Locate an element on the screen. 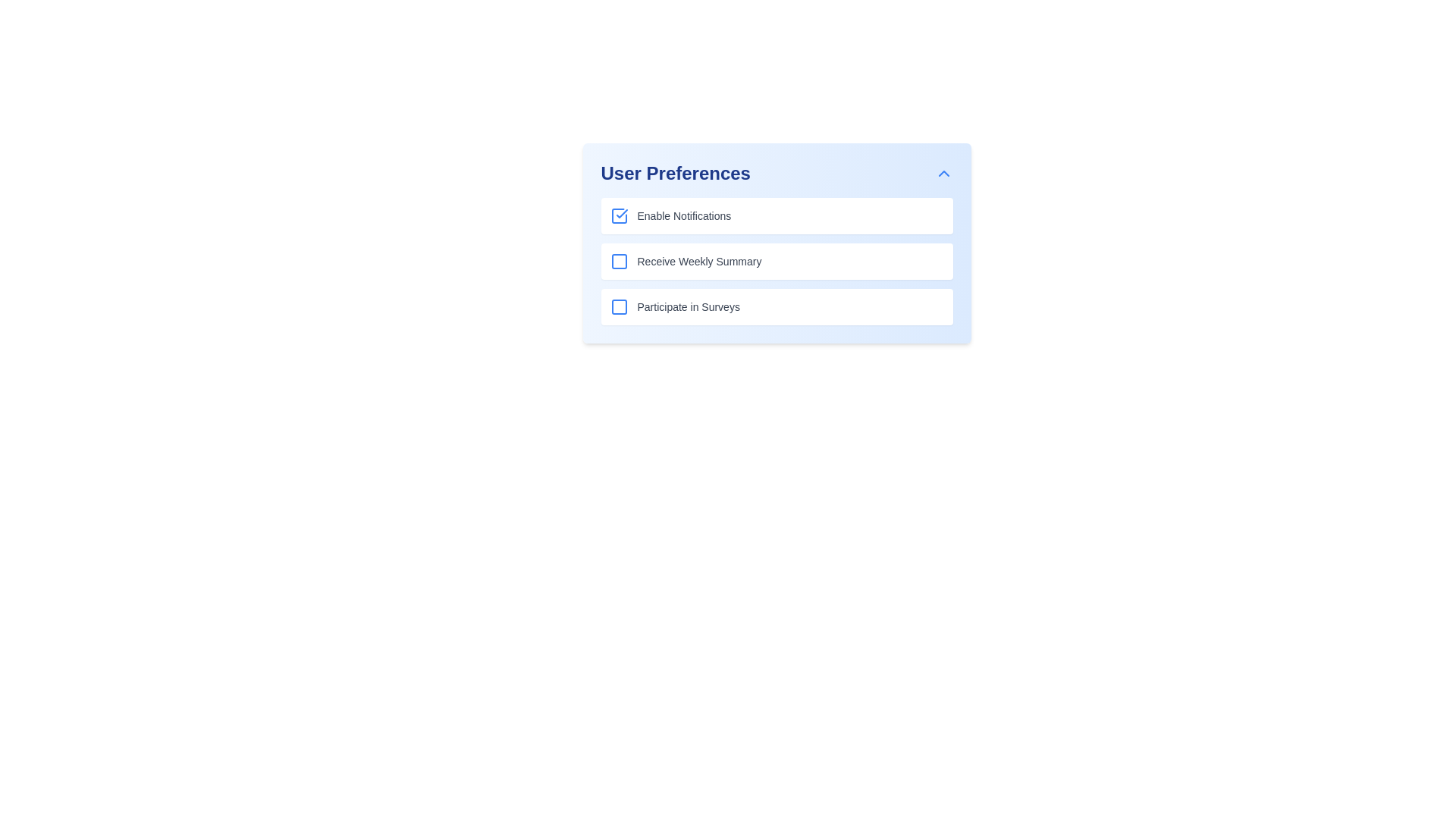  the label describing the preference option associated with the adjacent checkbox in the second row of the user preferences panel is located at coordinates (698, 260).